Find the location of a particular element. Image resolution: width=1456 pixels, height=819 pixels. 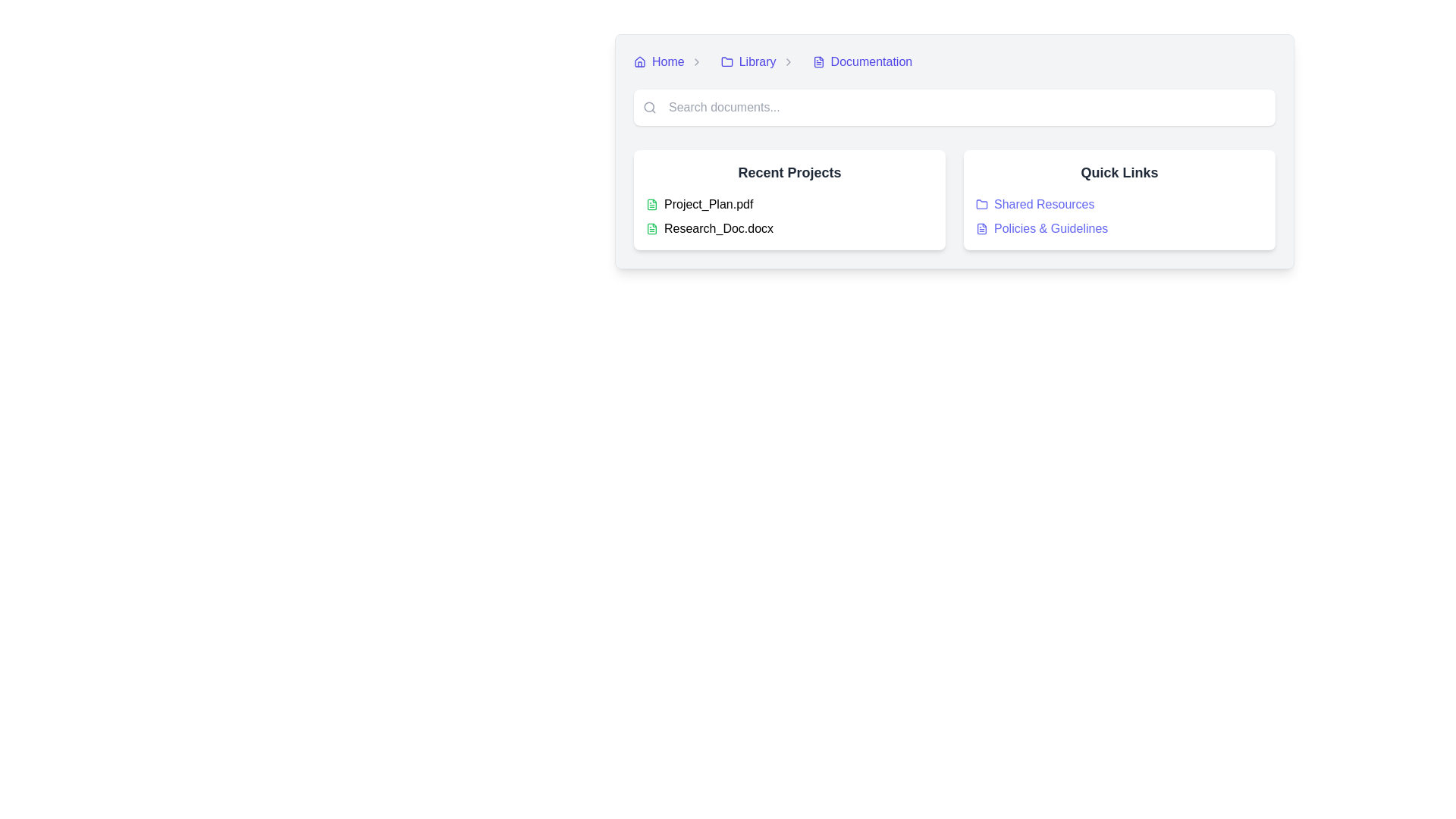

the styling of the text label labeled 'Home', which is styled in blue font and placed to the right of a house icon within a breadcrumb navigation structure is located at coordinates (667, 61).